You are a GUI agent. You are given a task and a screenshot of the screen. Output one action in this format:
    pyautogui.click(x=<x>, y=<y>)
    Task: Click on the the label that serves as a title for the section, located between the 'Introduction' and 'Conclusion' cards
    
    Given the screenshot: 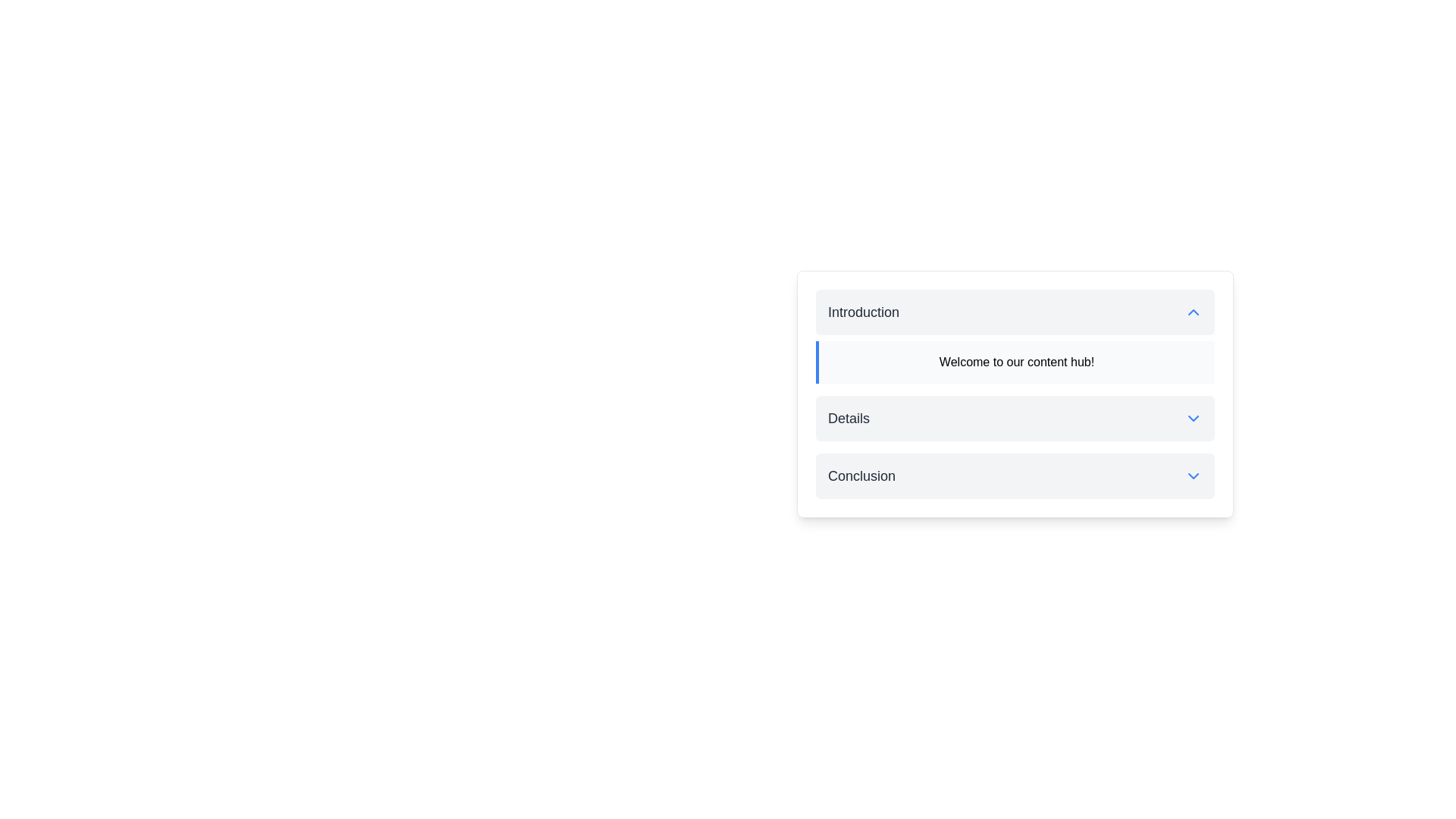 What is the action you would take?
    pyautogui.click(x=848, y=418)
    